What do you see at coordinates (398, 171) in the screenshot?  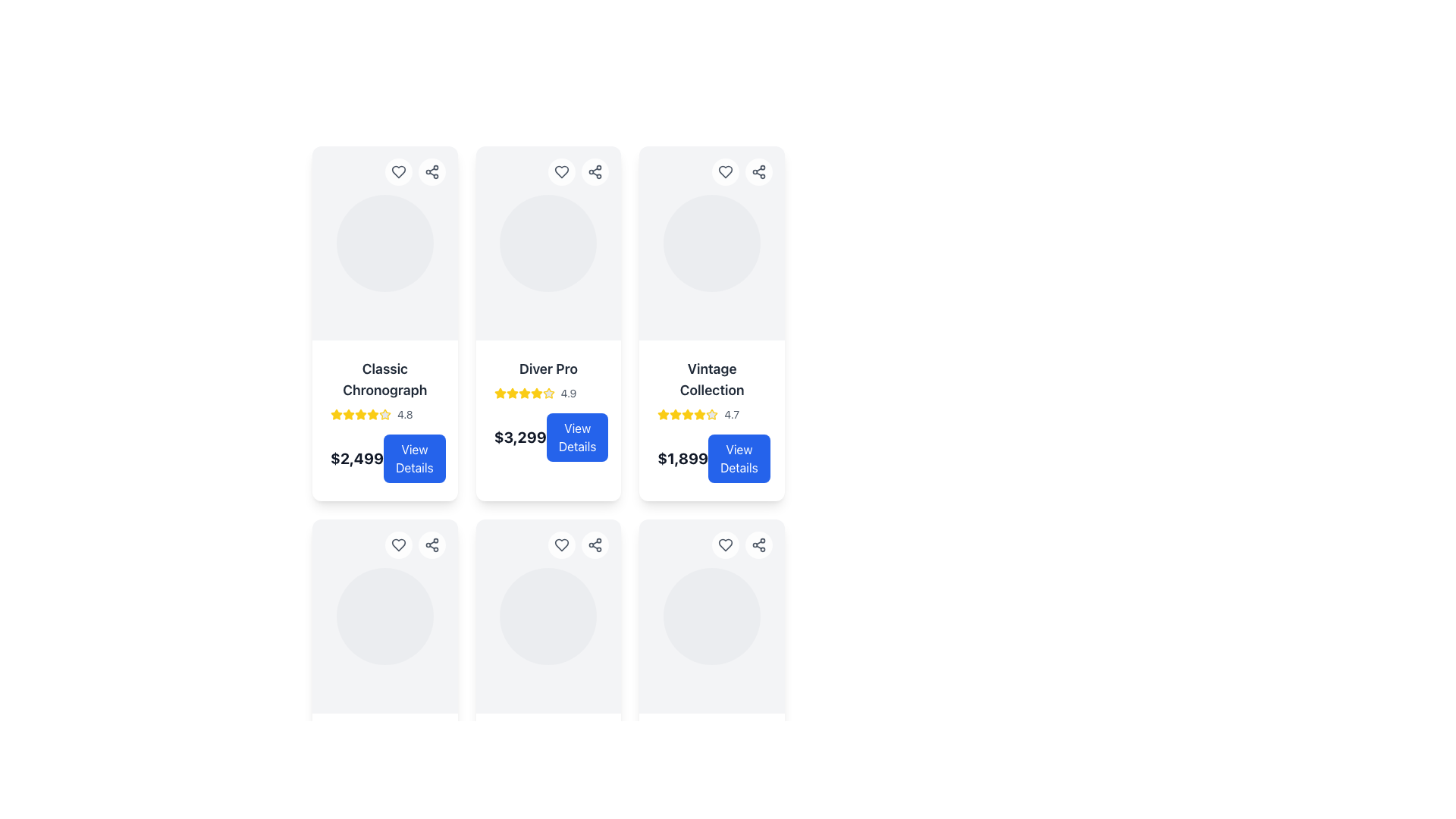 I see `the outlined heart icon located in the top section of the first item in the grid layout to favorite the item` at bounding box center [398, 171].